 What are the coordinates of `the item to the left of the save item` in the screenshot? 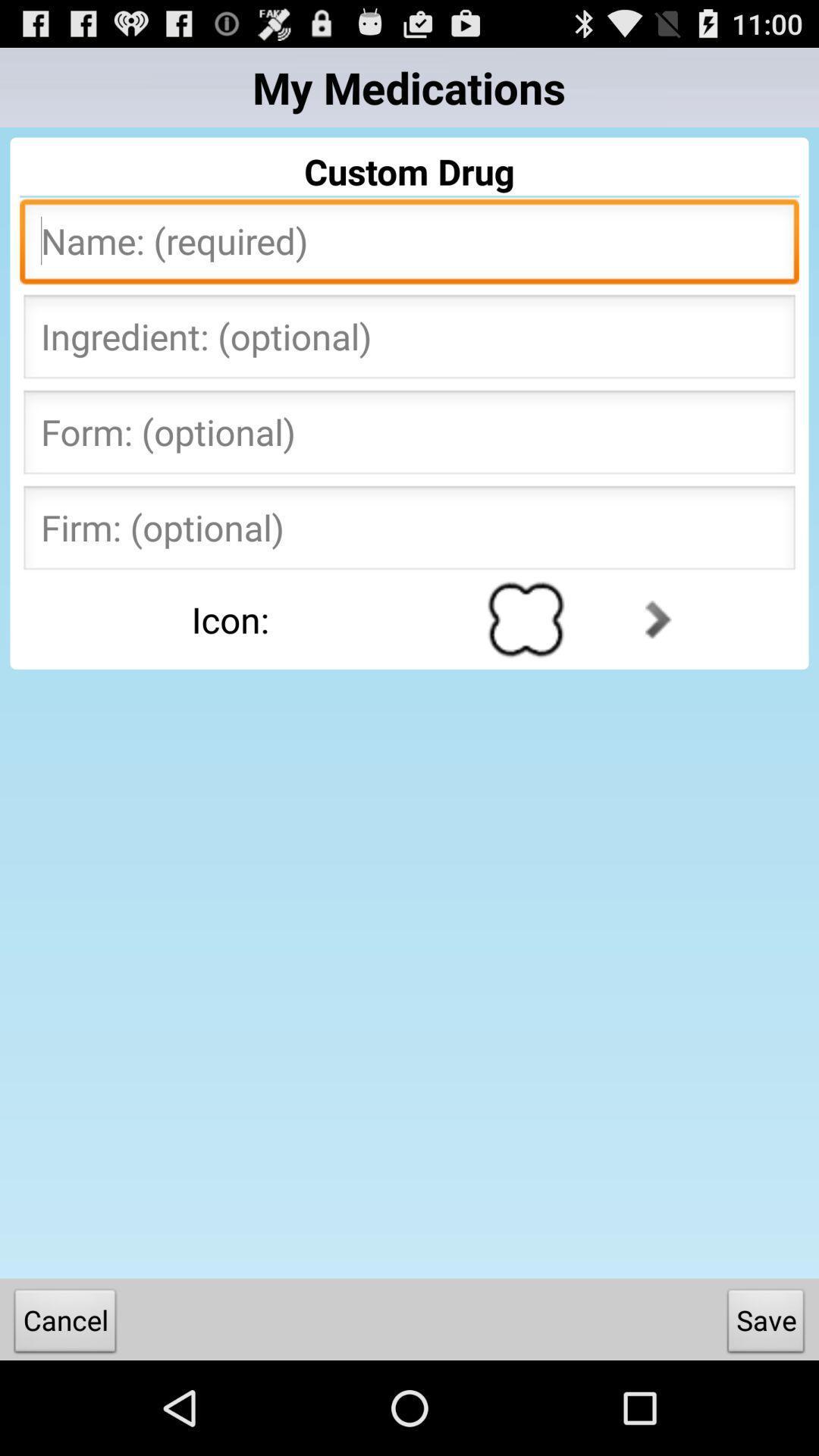 It's located at (64, 1323).